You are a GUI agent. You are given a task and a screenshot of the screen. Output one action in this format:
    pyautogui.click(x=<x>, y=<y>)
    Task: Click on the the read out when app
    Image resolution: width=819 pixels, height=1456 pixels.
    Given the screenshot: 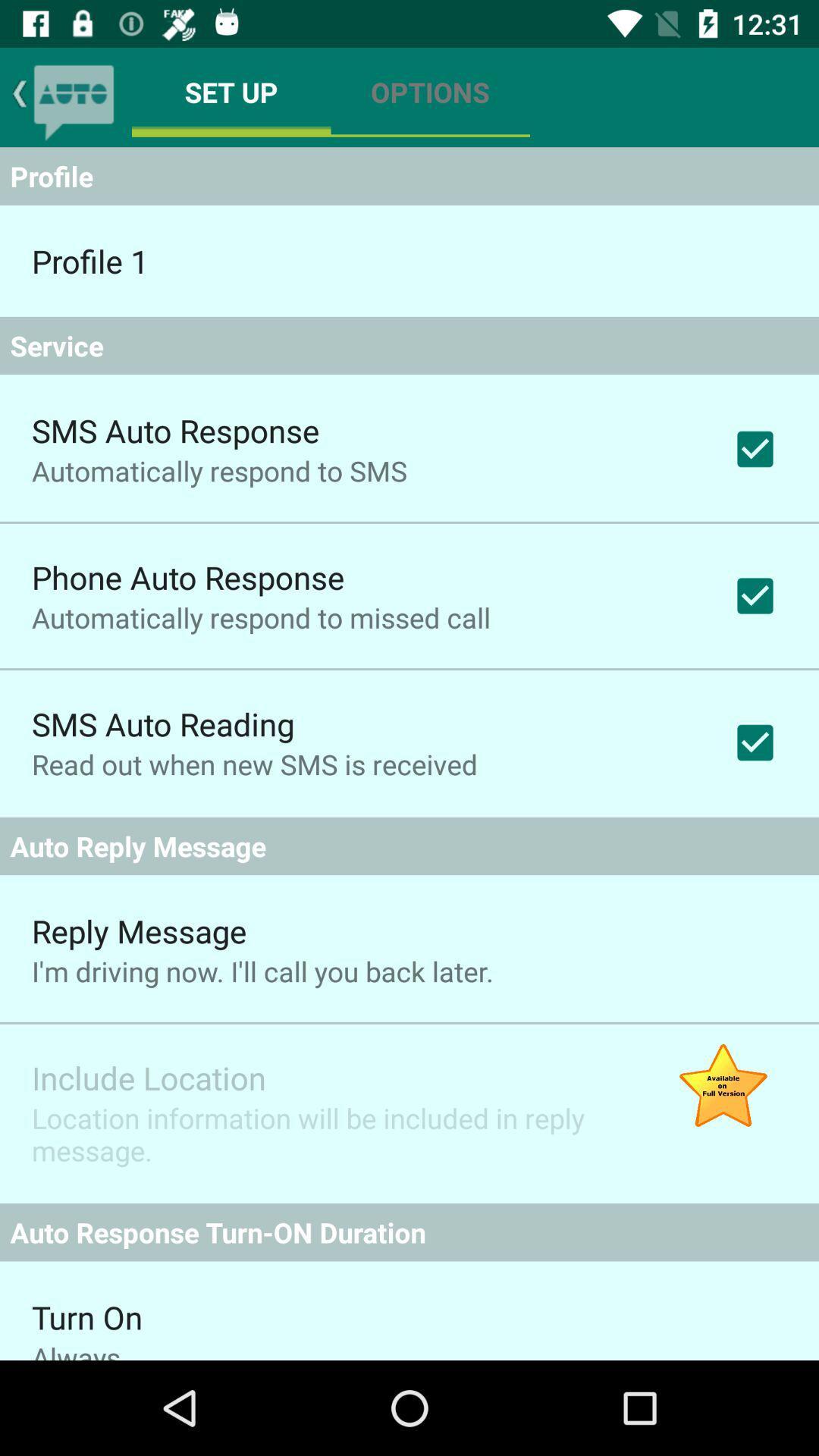 What is the action you would take?
    pyautogui.click(x=253, y=764)
    